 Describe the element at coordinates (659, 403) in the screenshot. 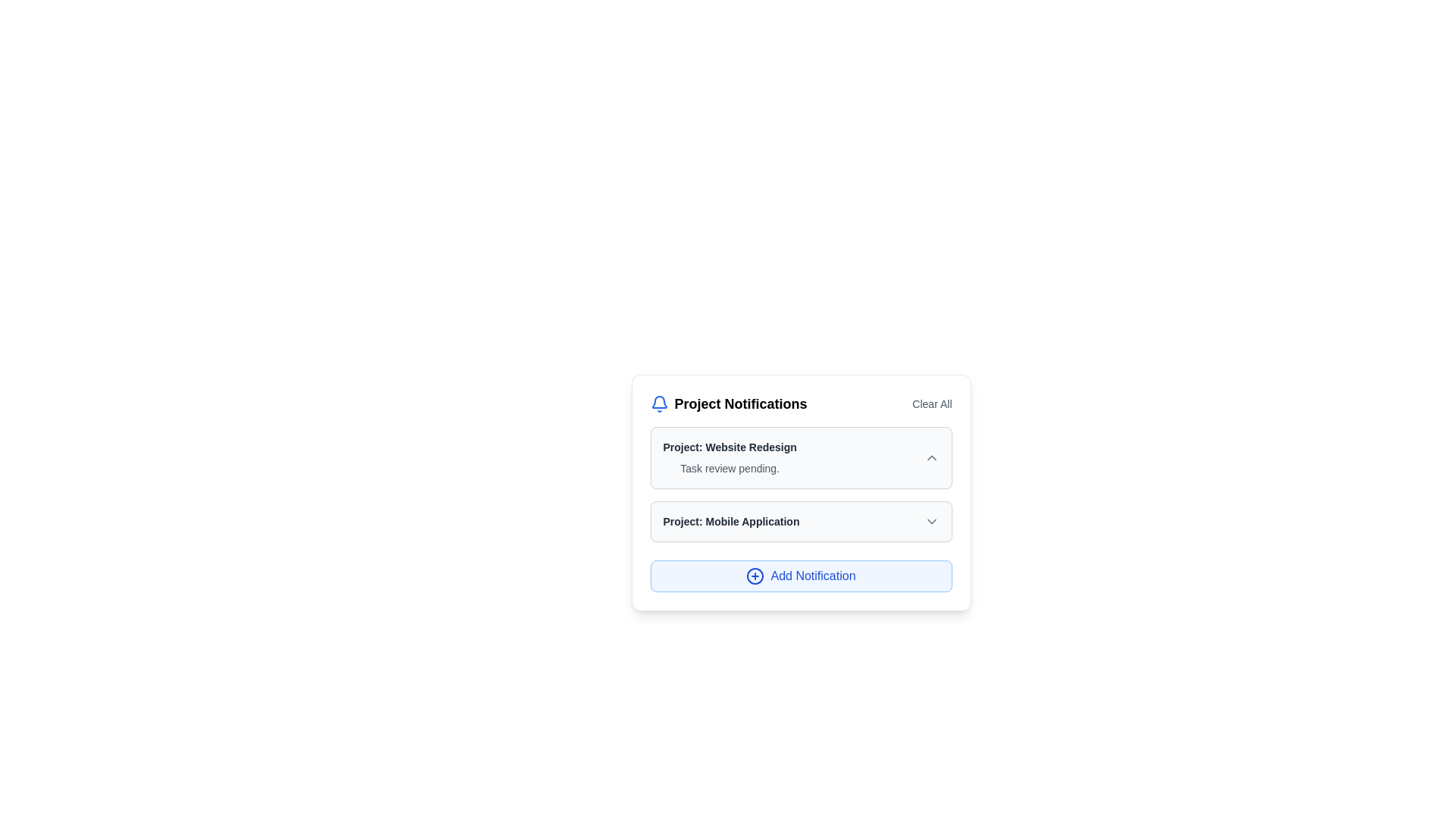

I see `the bell icon located in the header section to the left of the 'Project Notifications' title` at that location.